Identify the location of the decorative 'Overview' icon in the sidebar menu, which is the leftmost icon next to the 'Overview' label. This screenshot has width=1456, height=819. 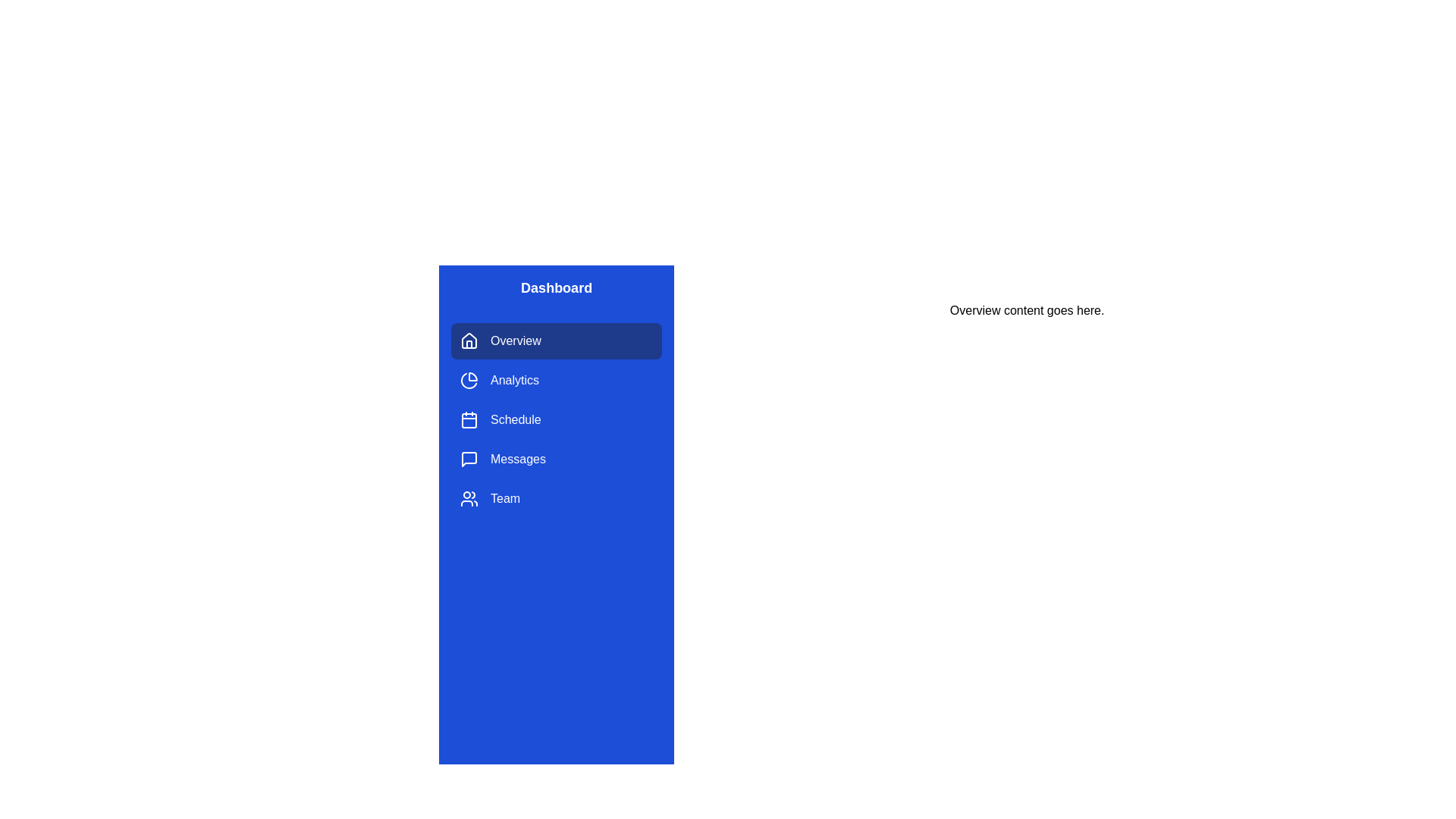
(469, 339).